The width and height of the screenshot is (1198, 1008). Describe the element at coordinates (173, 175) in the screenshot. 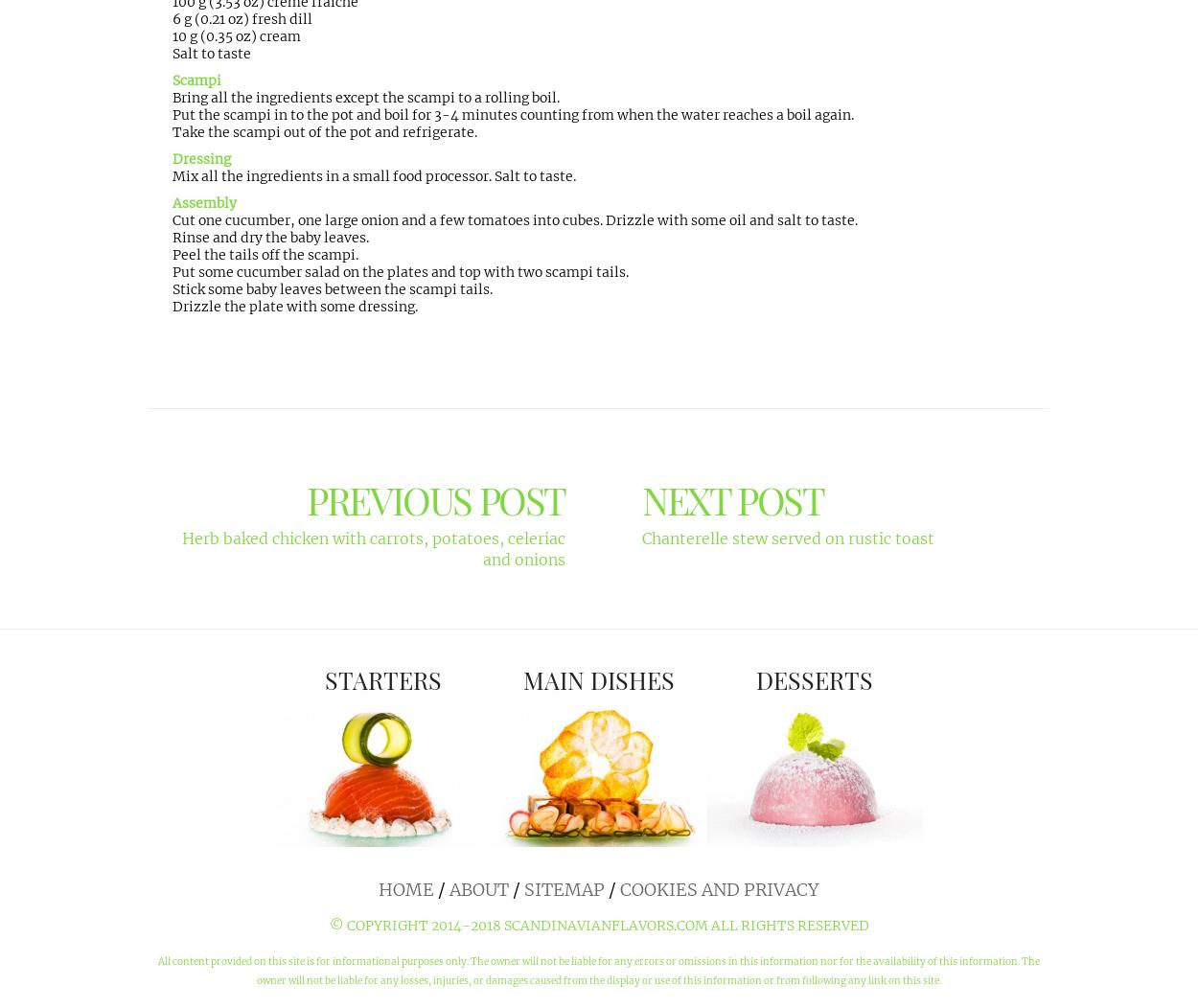

I see `'Mix all the ingredients in a small food processor. Salt to taste.'` at that location.